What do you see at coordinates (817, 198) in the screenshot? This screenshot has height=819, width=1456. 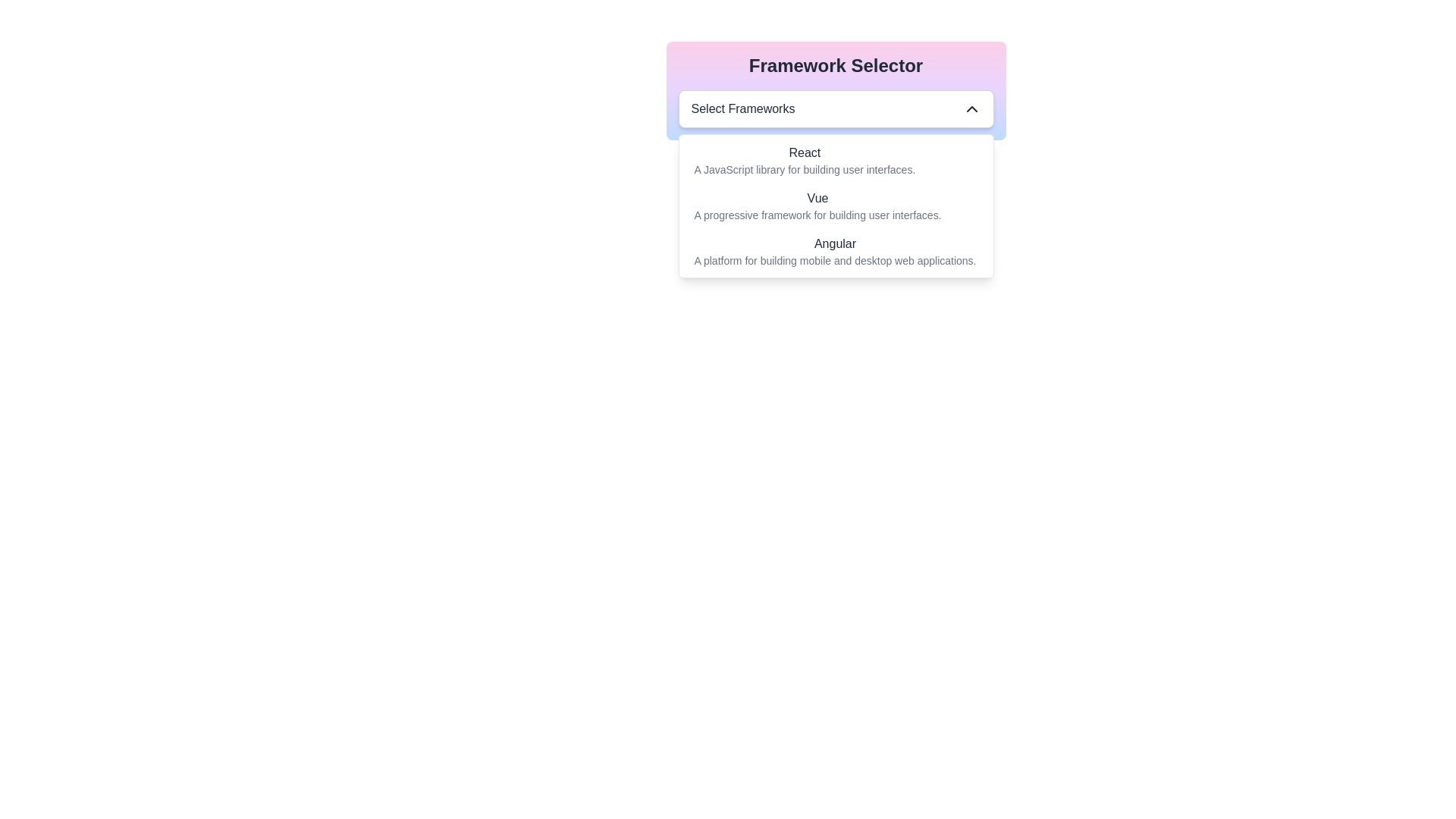 I see `the 'Vue' text element in the dropdown menu under the 'Framework Selector' section` at bounding box center [817, 198].